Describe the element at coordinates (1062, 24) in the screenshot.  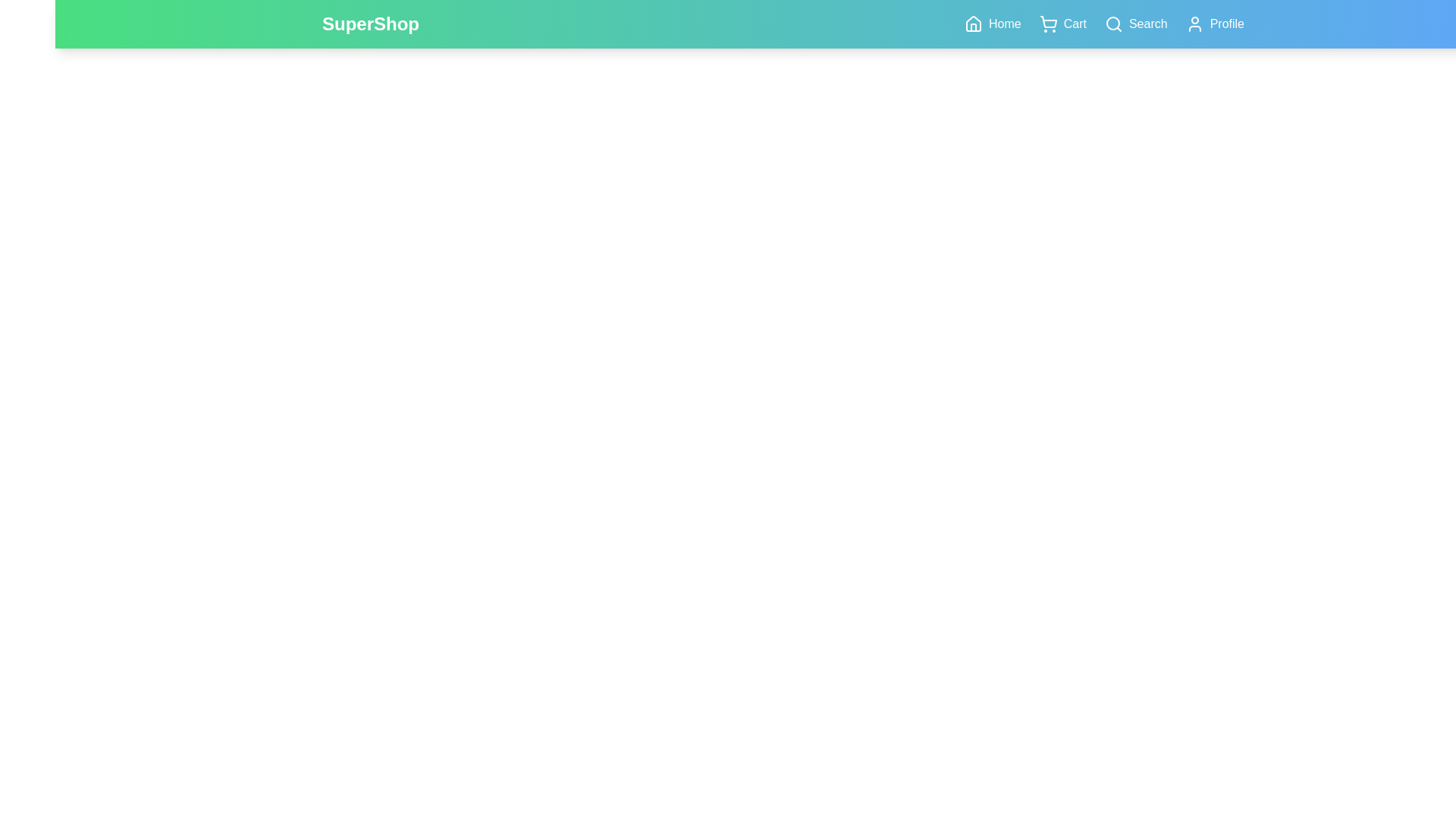
I see `the shopping cart navigation link located in the horizontal navigation bar, positioned between the 'Home' and 'Search' elements` at that location.